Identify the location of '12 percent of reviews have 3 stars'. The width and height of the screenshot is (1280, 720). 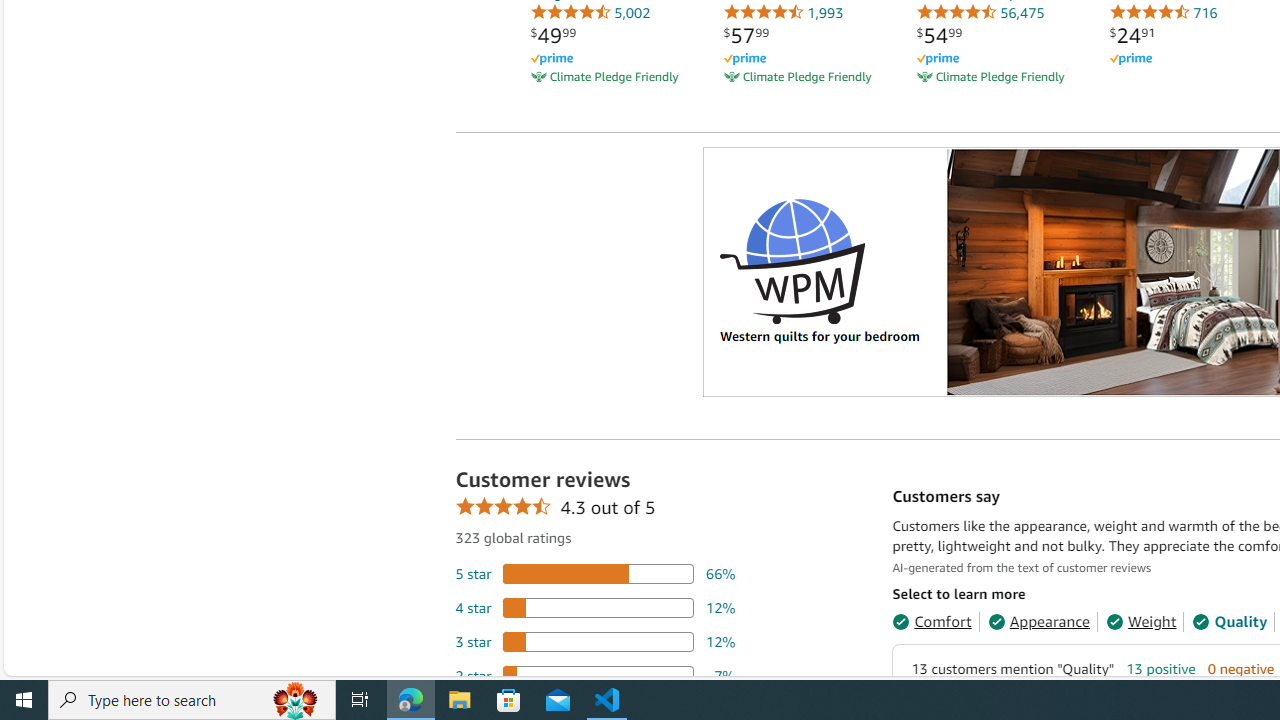
(594, 641).